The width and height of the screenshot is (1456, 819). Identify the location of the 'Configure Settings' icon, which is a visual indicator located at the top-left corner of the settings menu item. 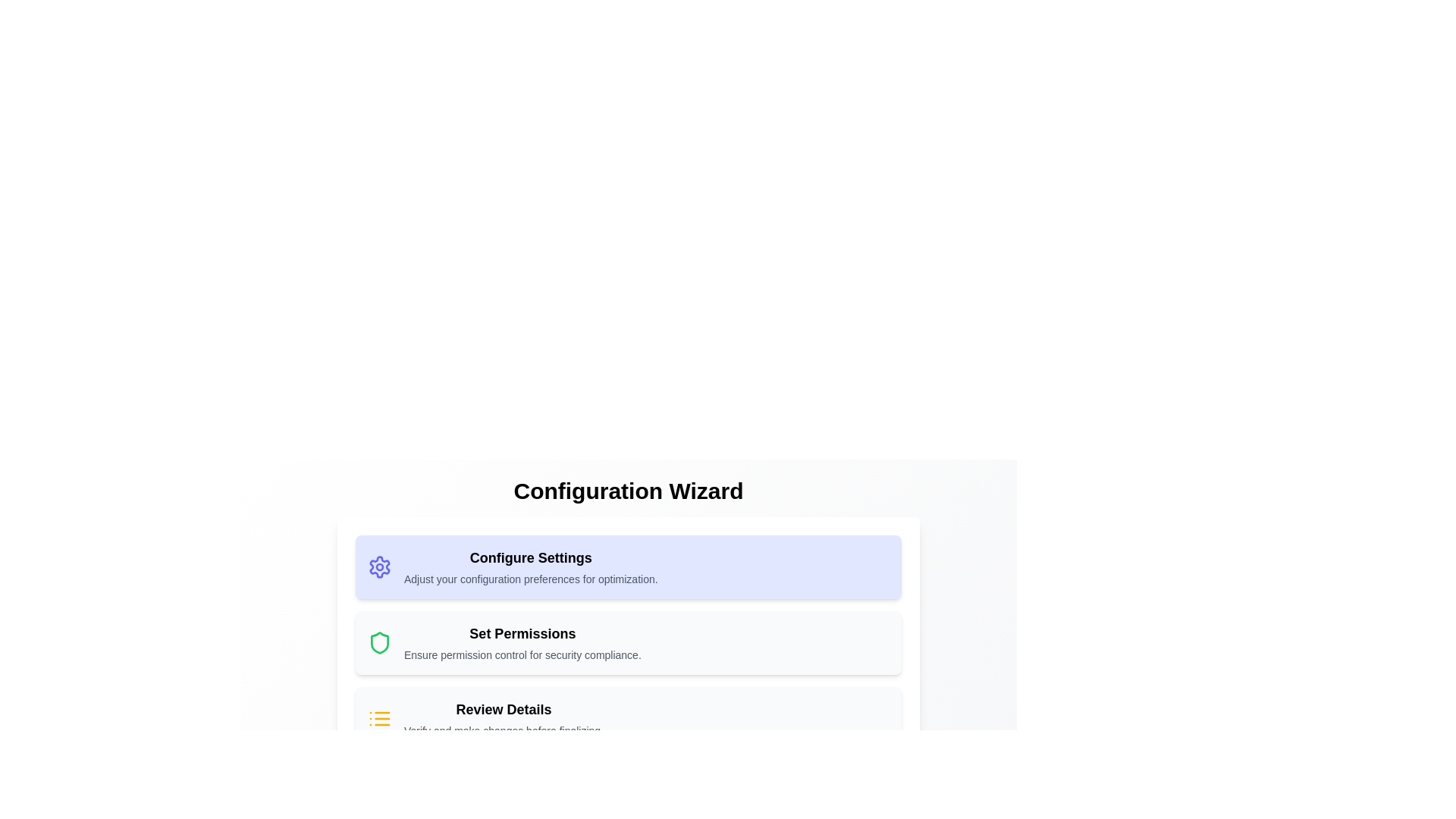
(379, 567).